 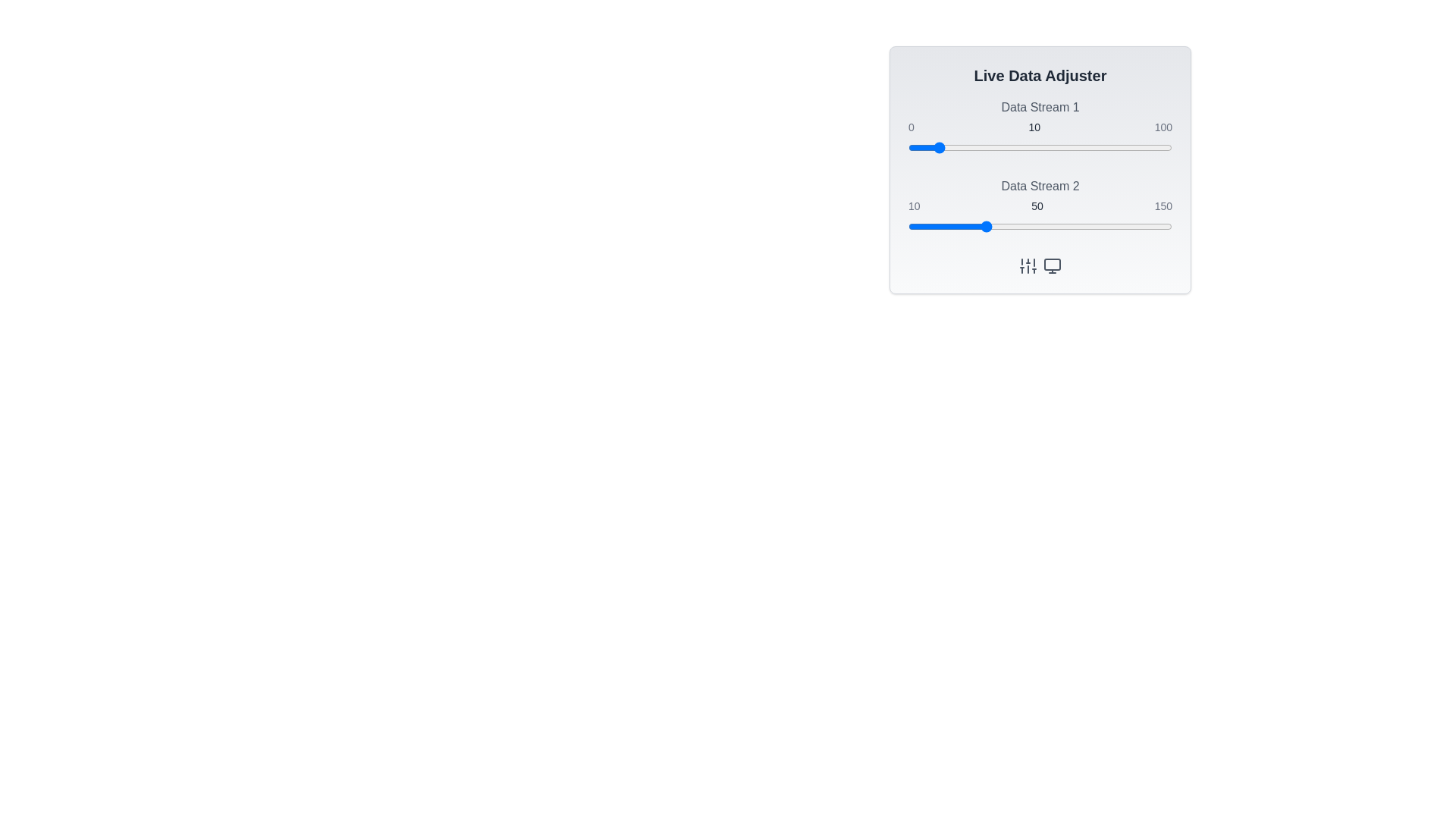 I want to click on the slider, so click(x=1087, y=148).